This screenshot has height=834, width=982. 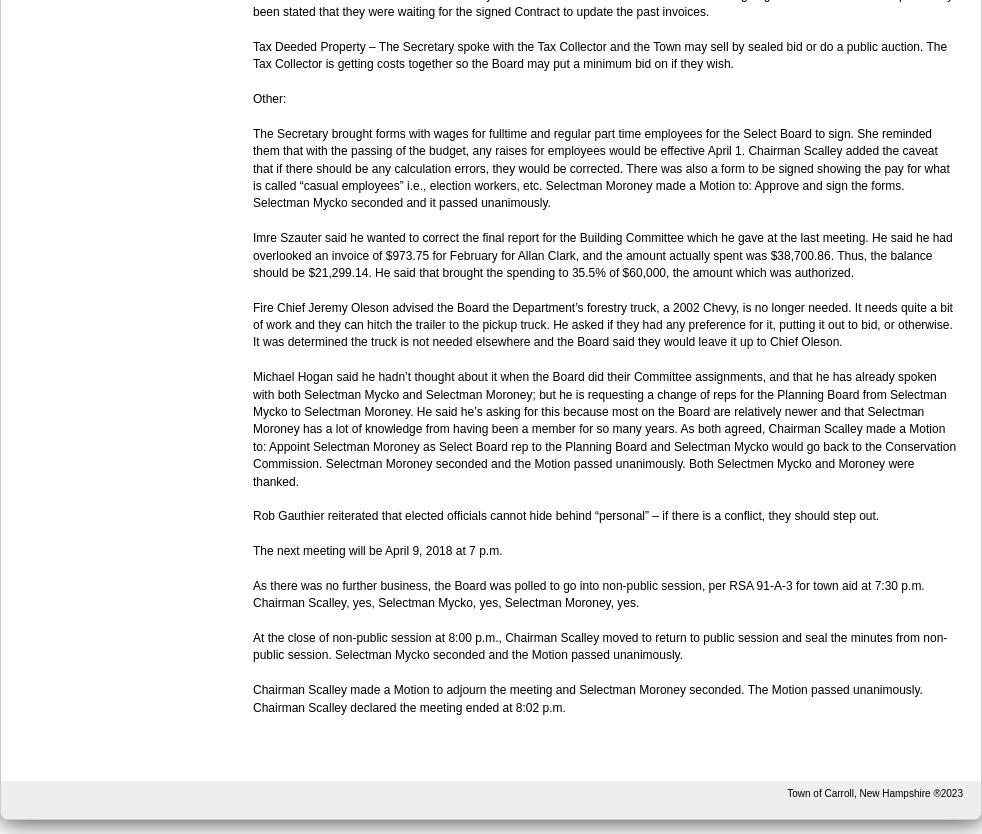 I want to click on 'Town of Carroll, New Hampshire ®2023', so click(x=874, y=792).